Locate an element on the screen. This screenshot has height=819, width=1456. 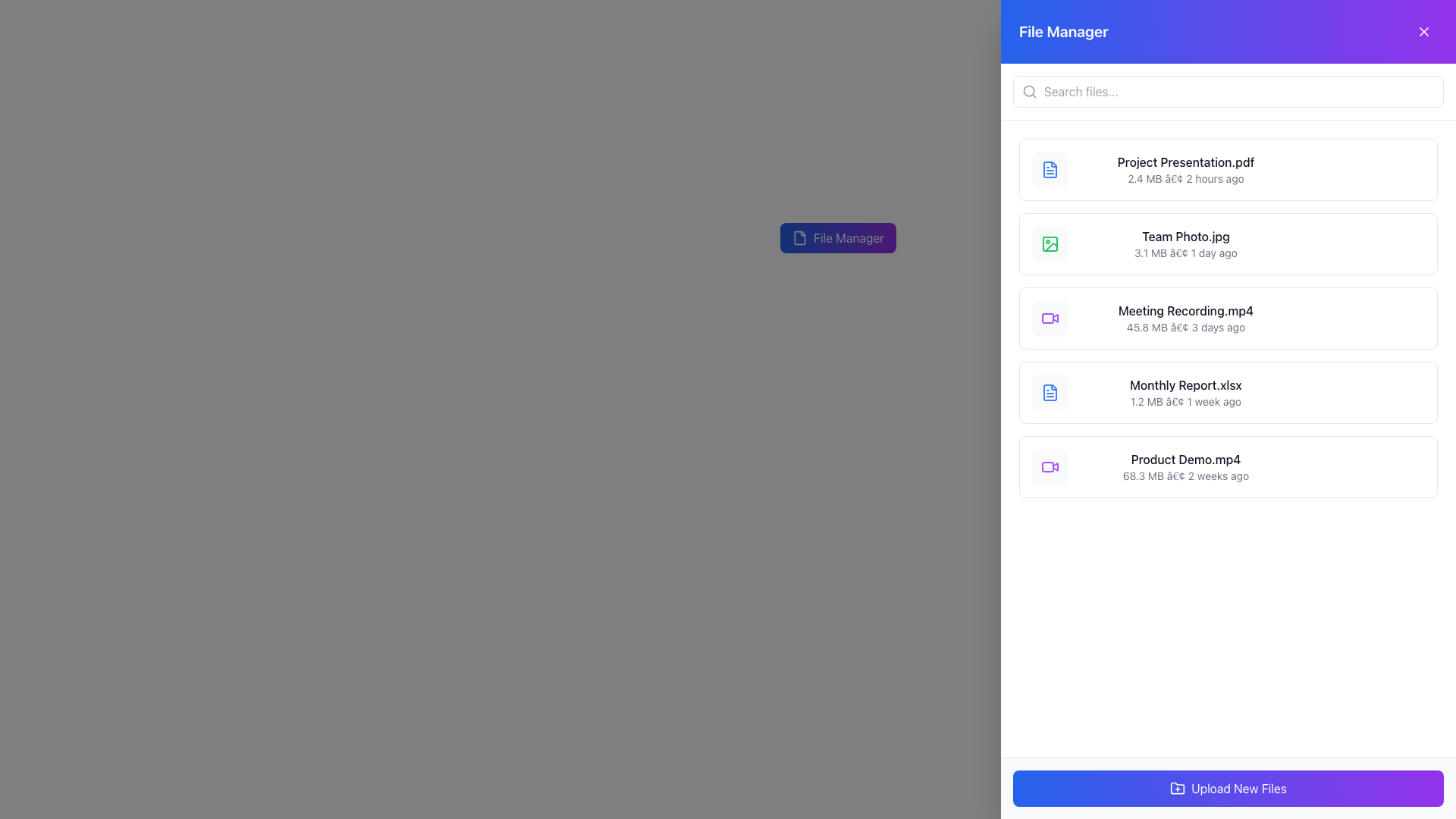
the text label displaying 'Product Demo.mp4' is located at coordinates (1185, 458).